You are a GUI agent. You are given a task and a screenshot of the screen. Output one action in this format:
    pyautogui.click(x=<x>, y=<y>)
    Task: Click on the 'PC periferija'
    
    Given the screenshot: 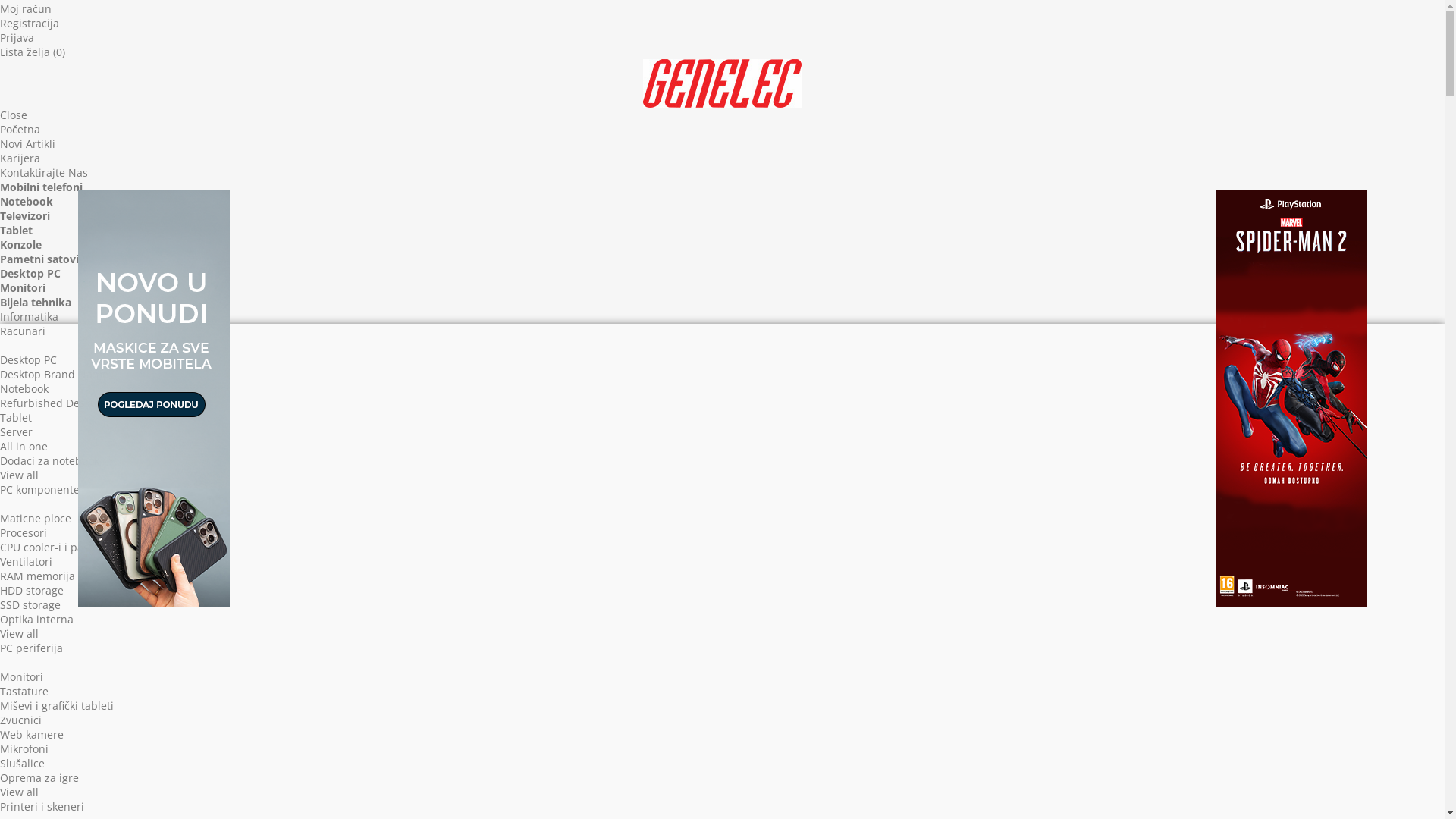 What is the action you would take?
    pyautogui.click(x=31, y=648)
    